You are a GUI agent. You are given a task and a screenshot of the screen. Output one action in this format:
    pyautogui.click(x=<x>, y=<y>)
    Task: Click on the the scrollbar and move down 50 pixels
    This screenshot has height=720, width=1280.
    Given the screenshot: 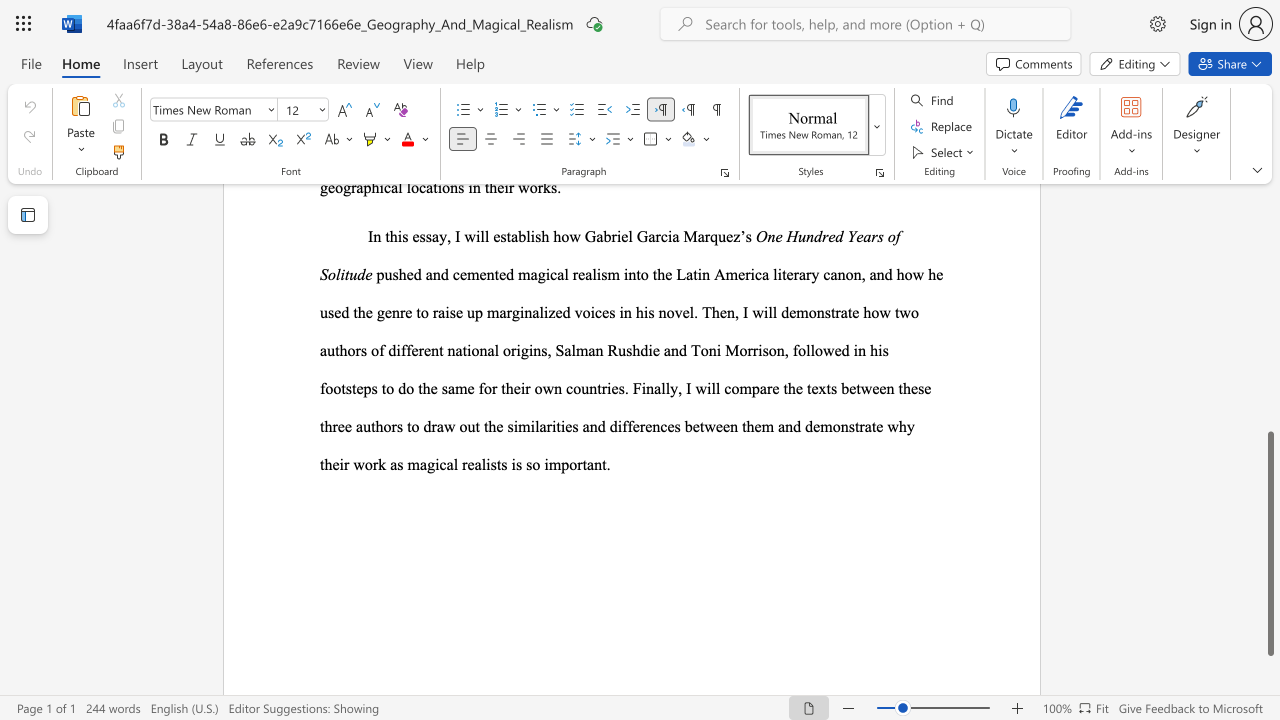 What is the action you would take?
    pyautogui.click(x=1269, y=543)
    